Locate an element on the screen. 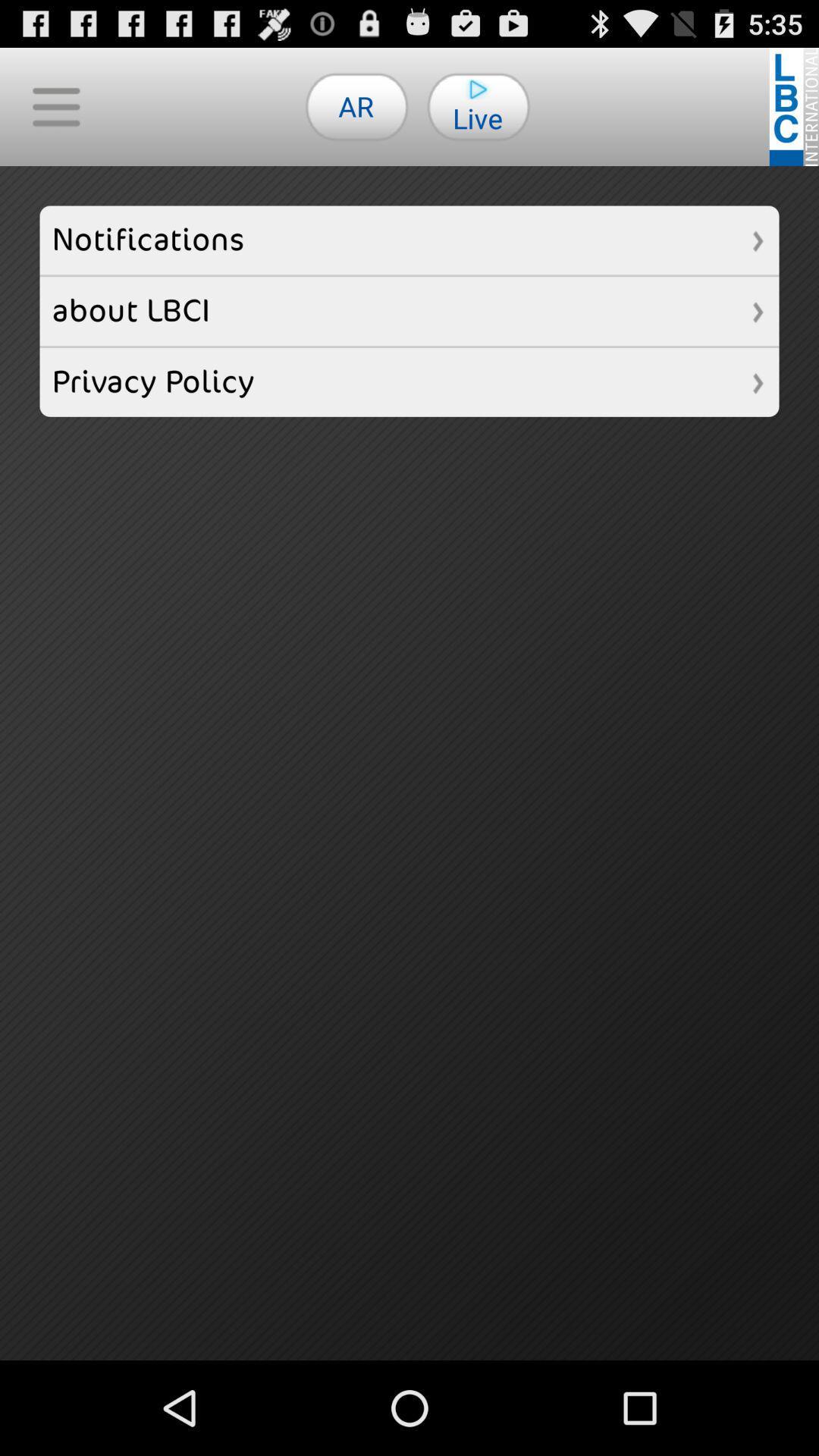 The height and width of the screenshot is (1456, 819). the privacy policy button is located at coordinates (409, 382).